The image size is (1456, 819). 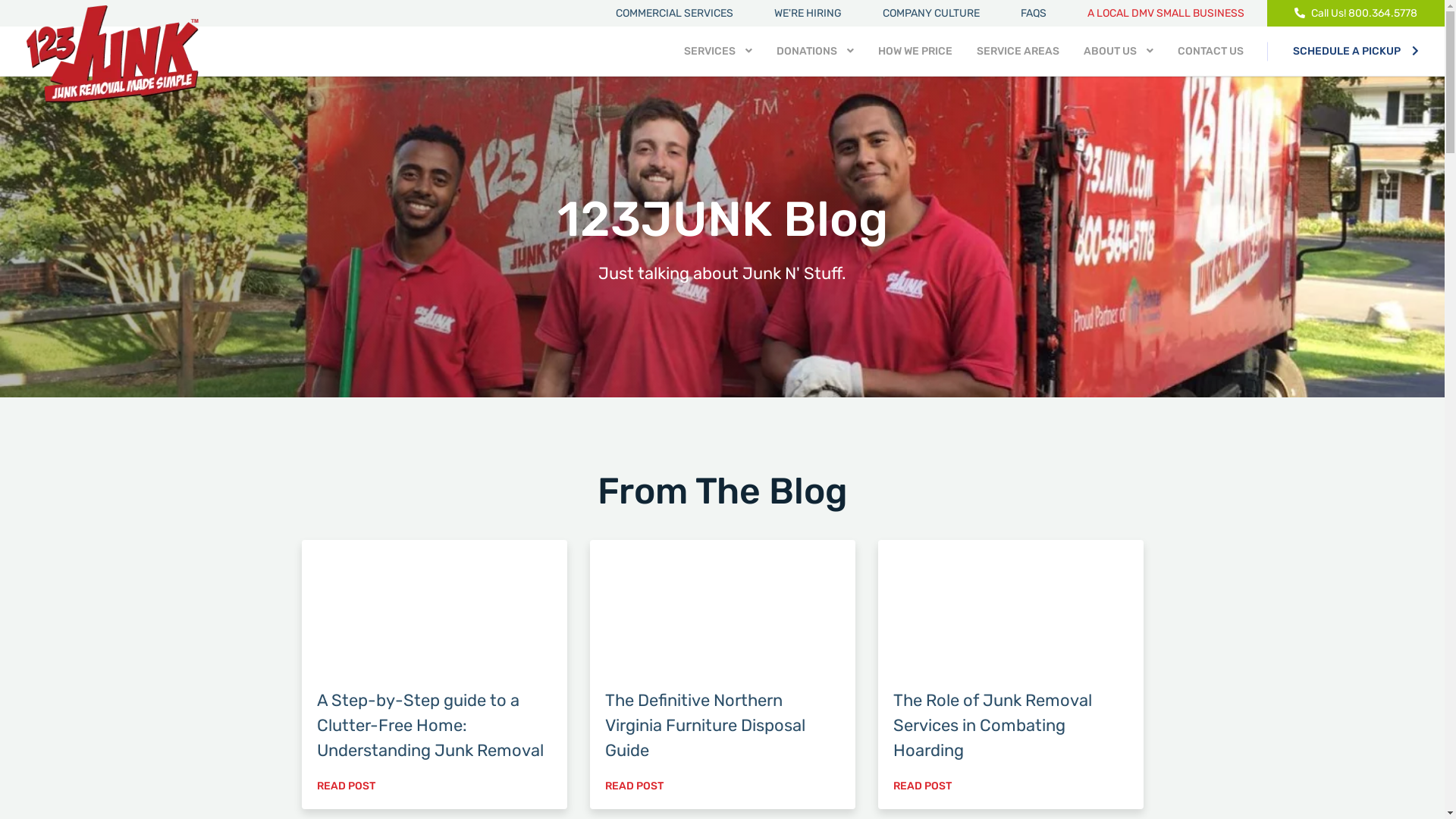 I want to click on 'Call Us! 800.364.5778', so click(x=1356, y=13).